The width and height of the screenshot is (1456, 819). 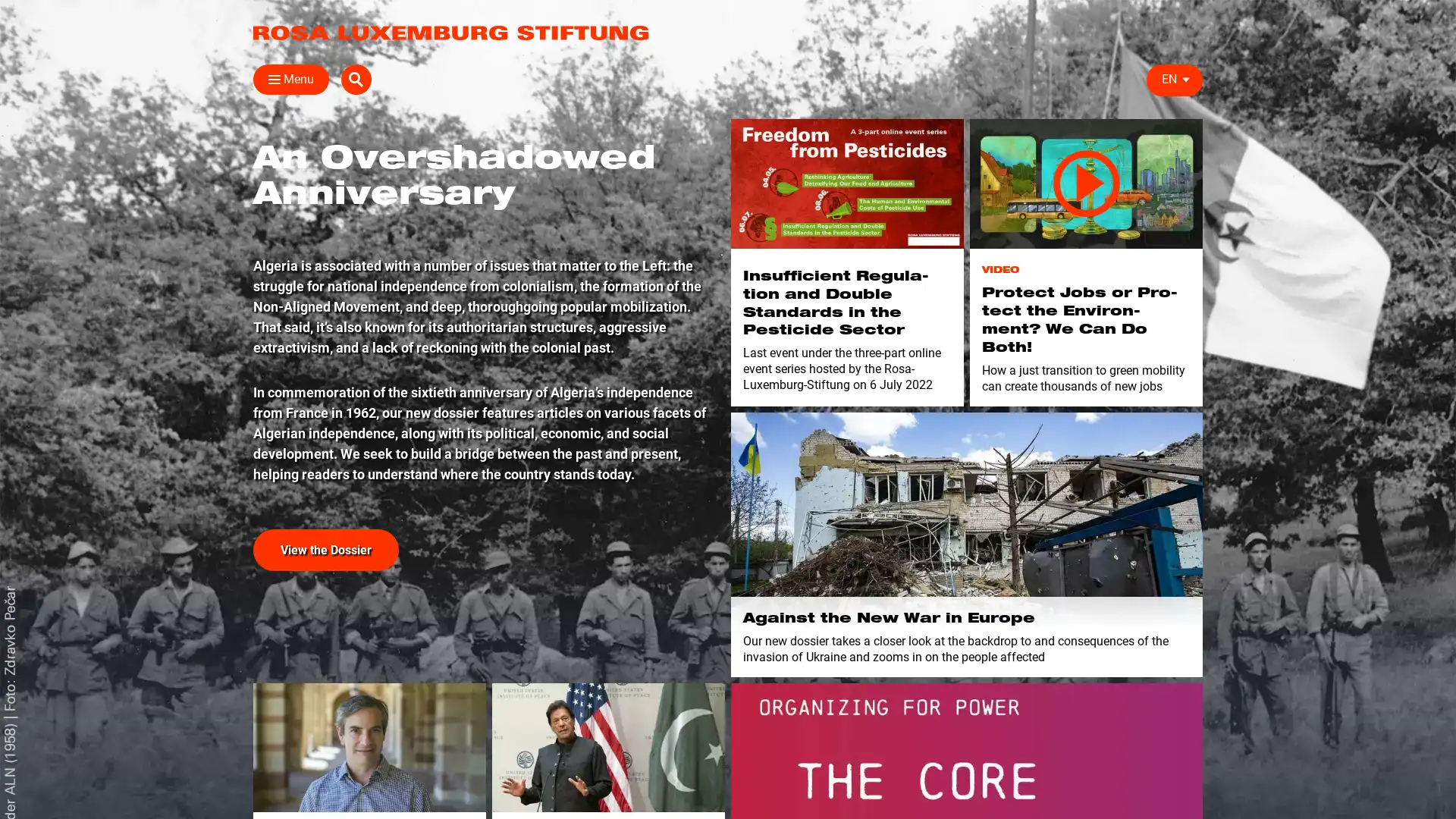 I want to click on Show more / less, so click(x=483, y=227).